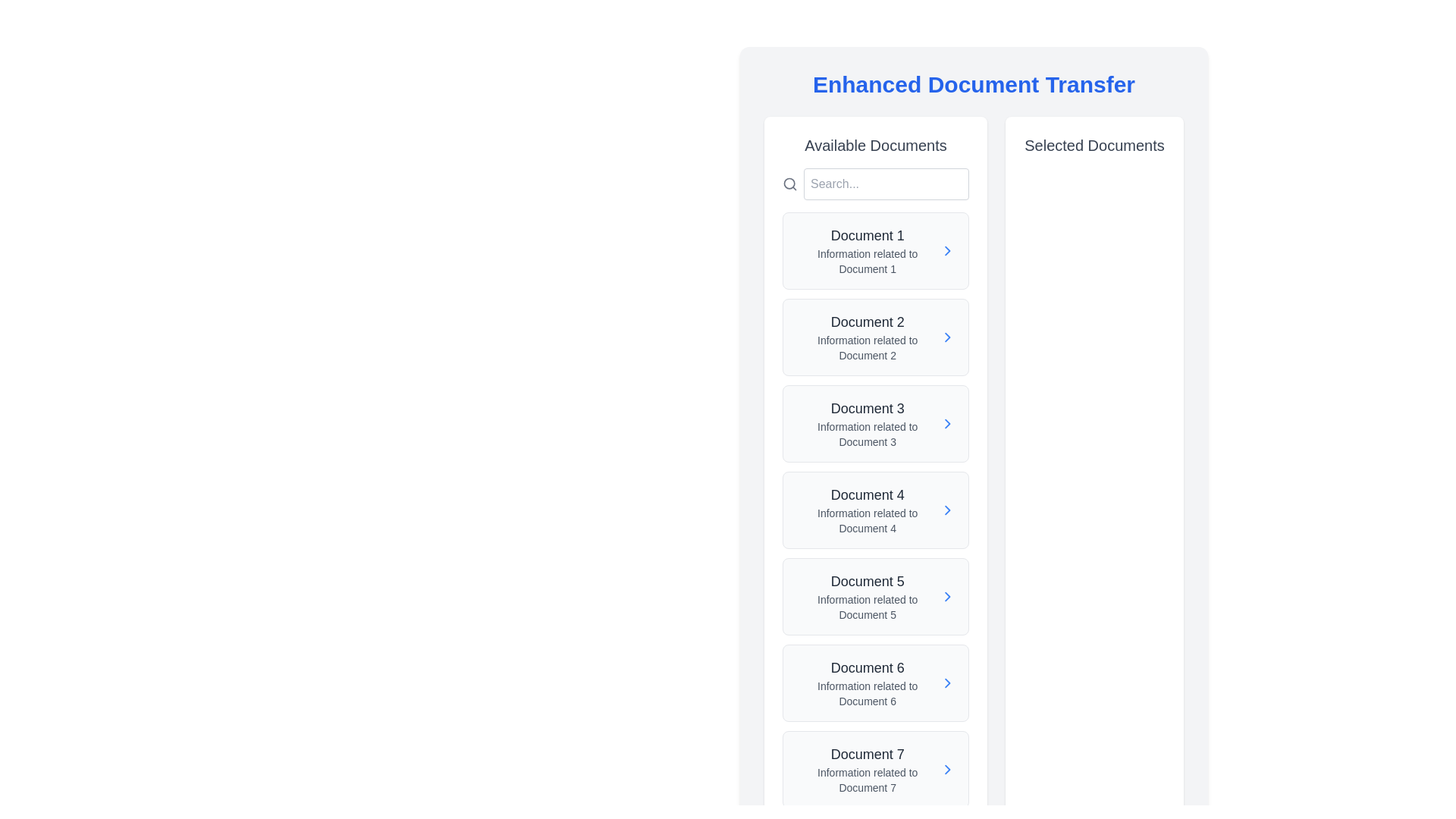 This screenshot has width=1456, height=819. I want to click on the button labeled 'Document 6' in the 'Available Documents' section, so click(876, 683).